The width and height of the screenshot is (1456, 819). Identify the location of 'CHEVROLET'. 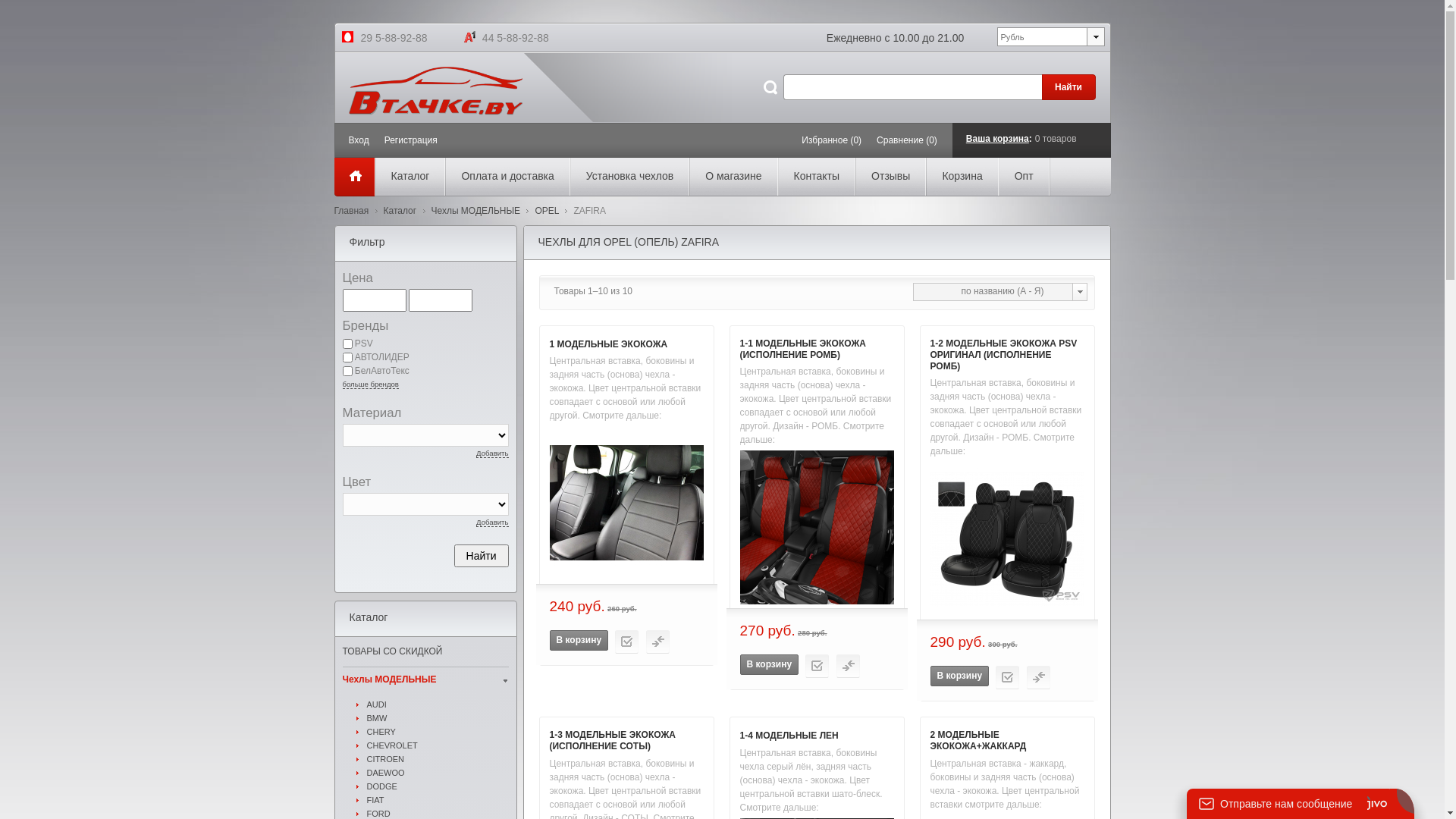
(437, 745).